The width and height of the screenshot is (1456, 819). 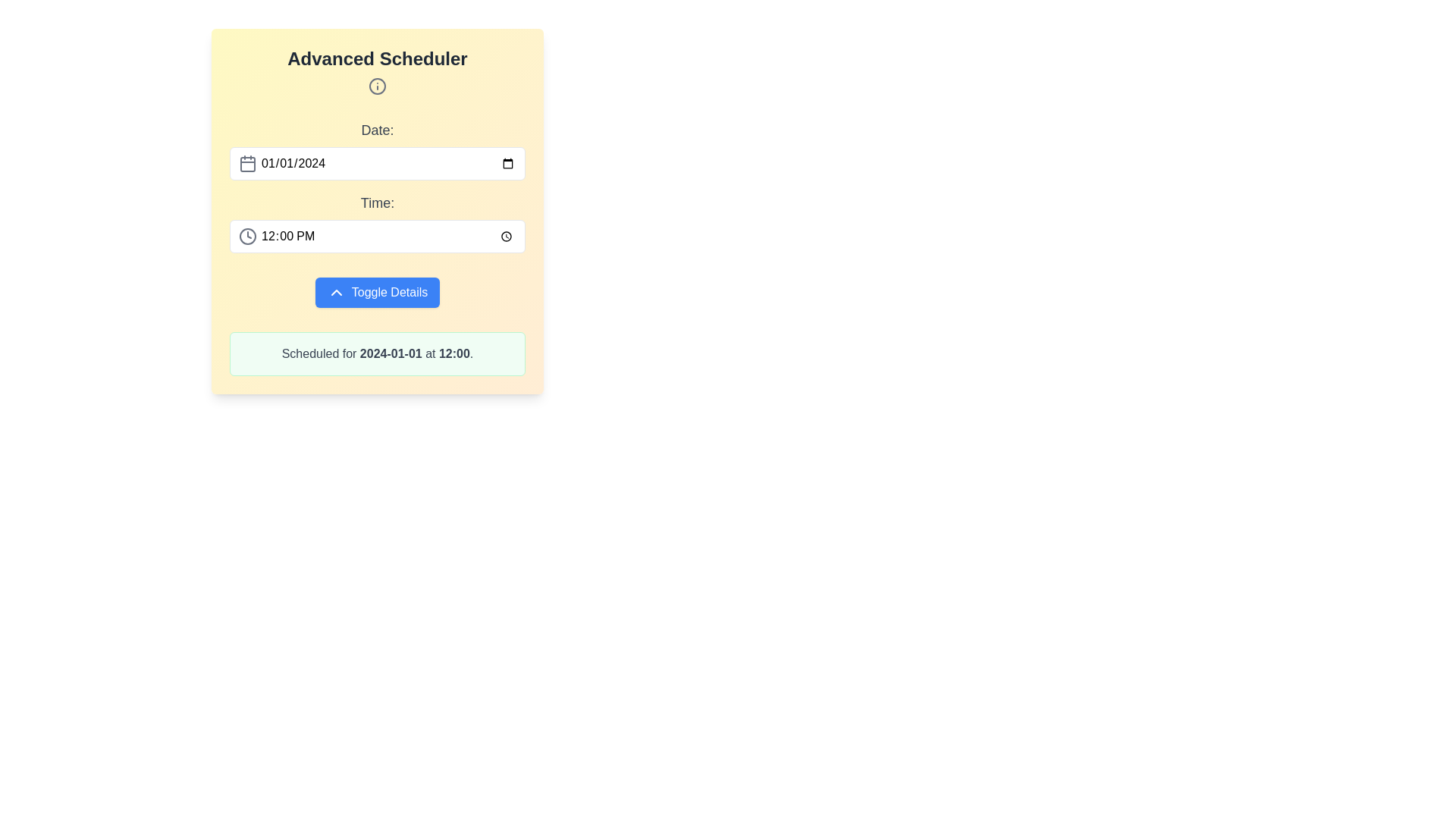 What do you see at coordinates (335, 292) in the screenshot?
I see `the chevron up icon located inside the blue button labeled 'Toggle Details'` at bounding box center [335, 292].